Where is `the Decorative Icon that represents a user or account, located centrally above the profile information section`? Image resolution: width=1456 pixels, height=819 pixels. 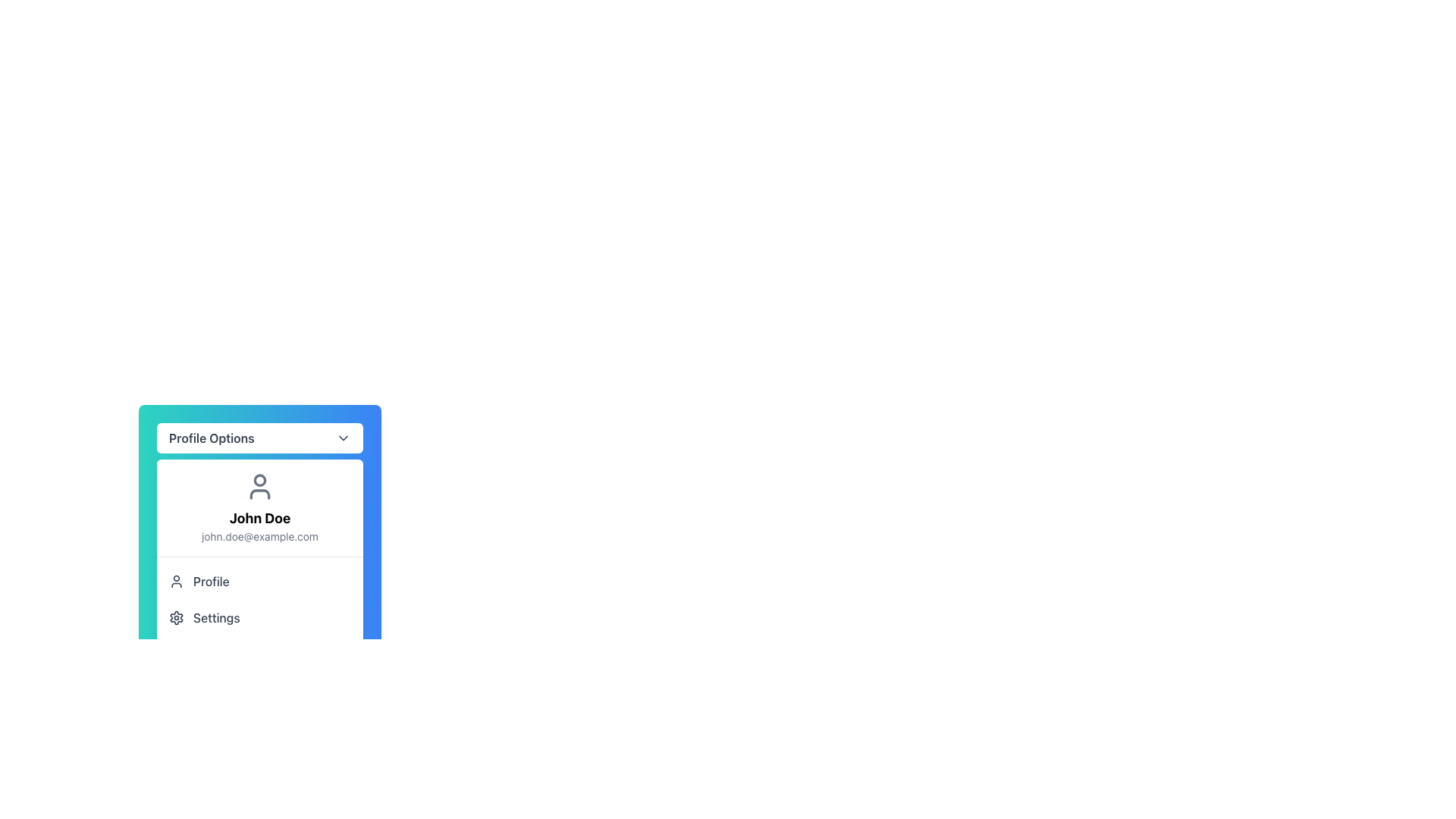
the Decorative Icon that represents a user or account, located centrally above the profile information section is located at coordinates (259, 486).